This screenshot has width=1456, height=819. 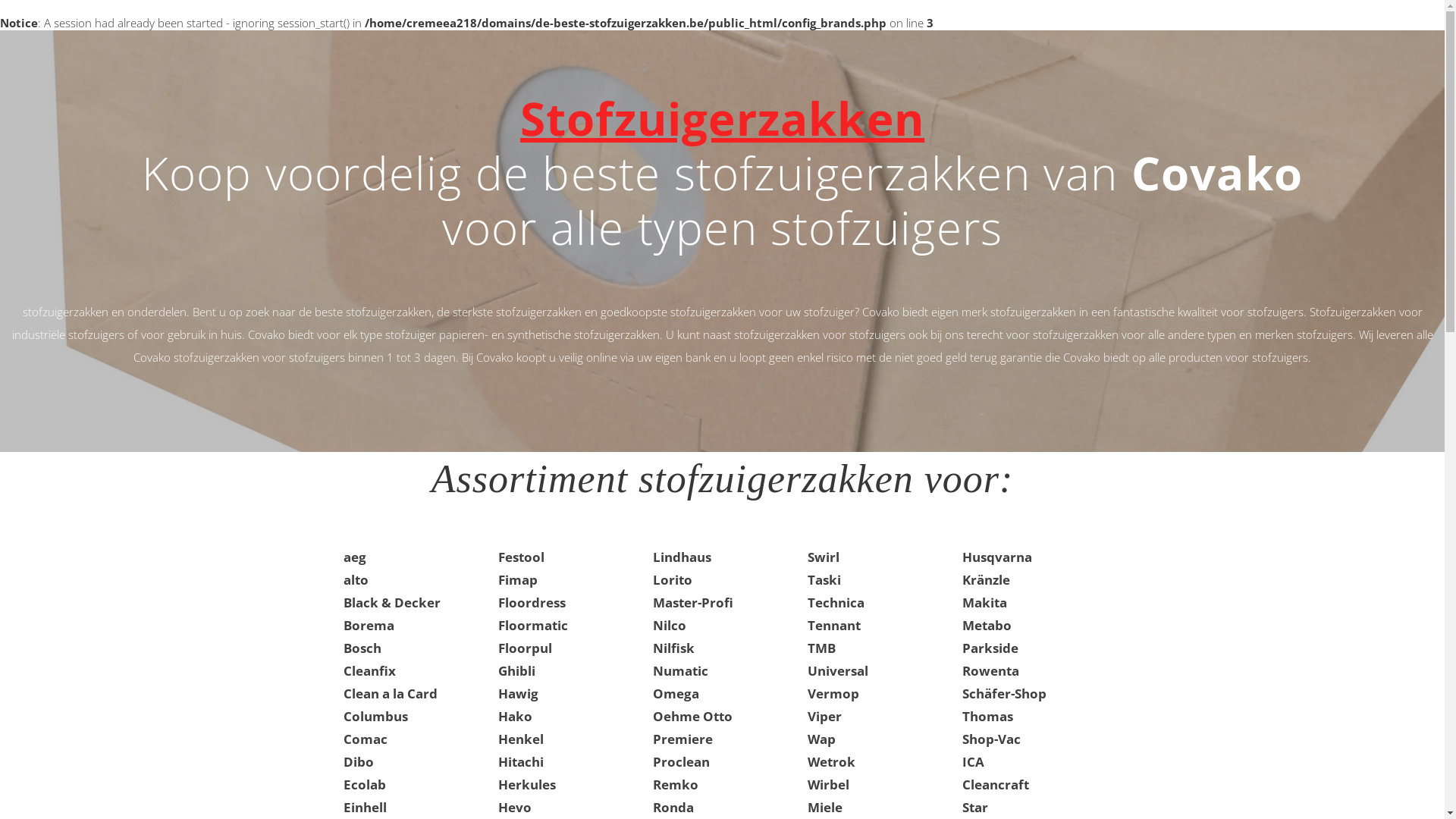 I want to click on 'Hawig', so click(x=517, y=693).